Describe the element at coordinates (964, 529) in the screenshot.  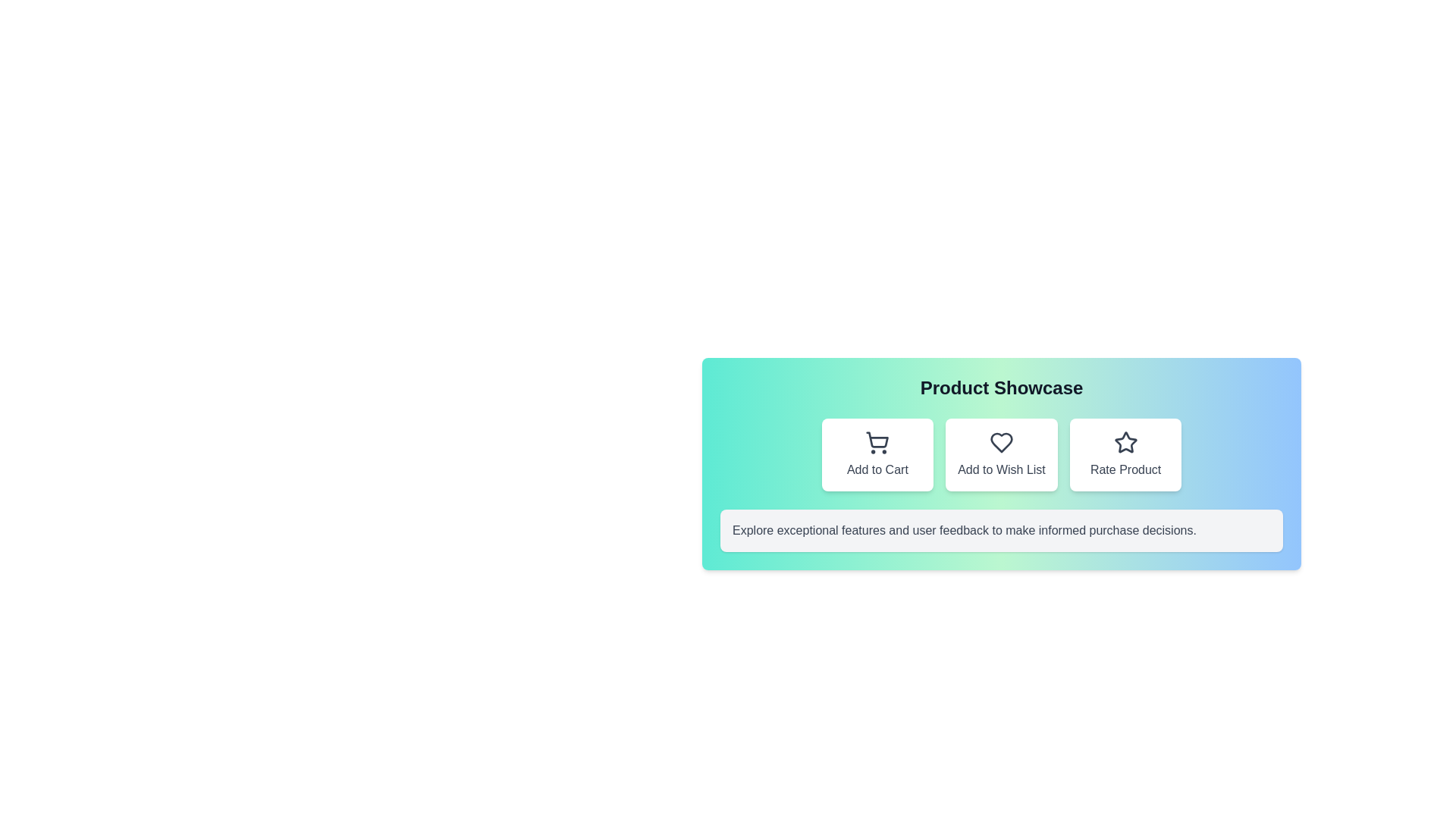
I see `text block that says 'Explore exceptional features and user feedback to make informed purchase decisions.' It is styled with a medium-sized font and gray color, located at the bottom of the card in the 'Product Showcase' section` at that location.